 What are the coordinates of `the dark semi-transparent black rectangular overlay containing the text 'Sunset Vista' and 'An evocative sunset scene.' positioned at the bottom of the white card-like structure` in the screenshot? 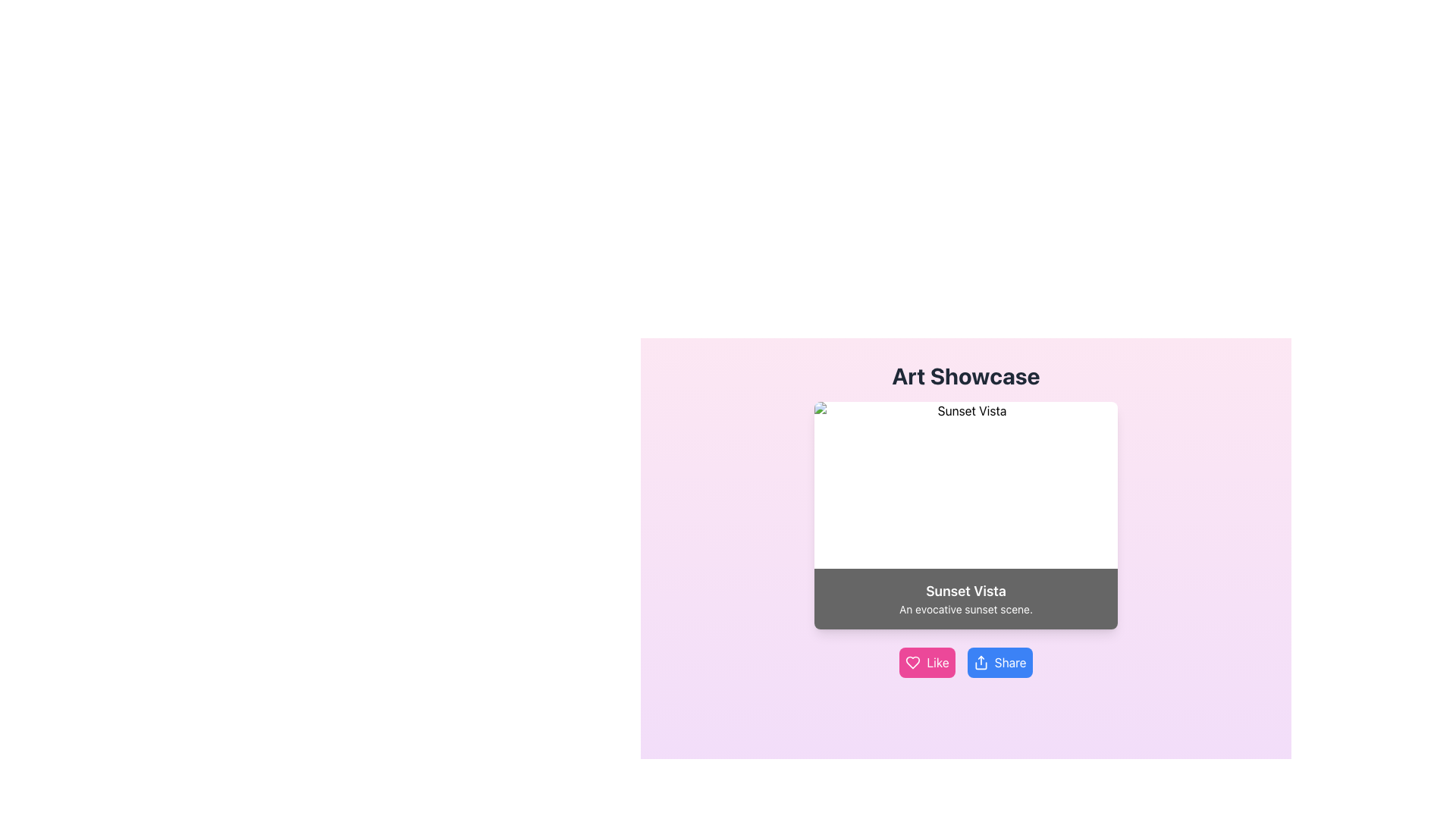 It's located at (965, 598).